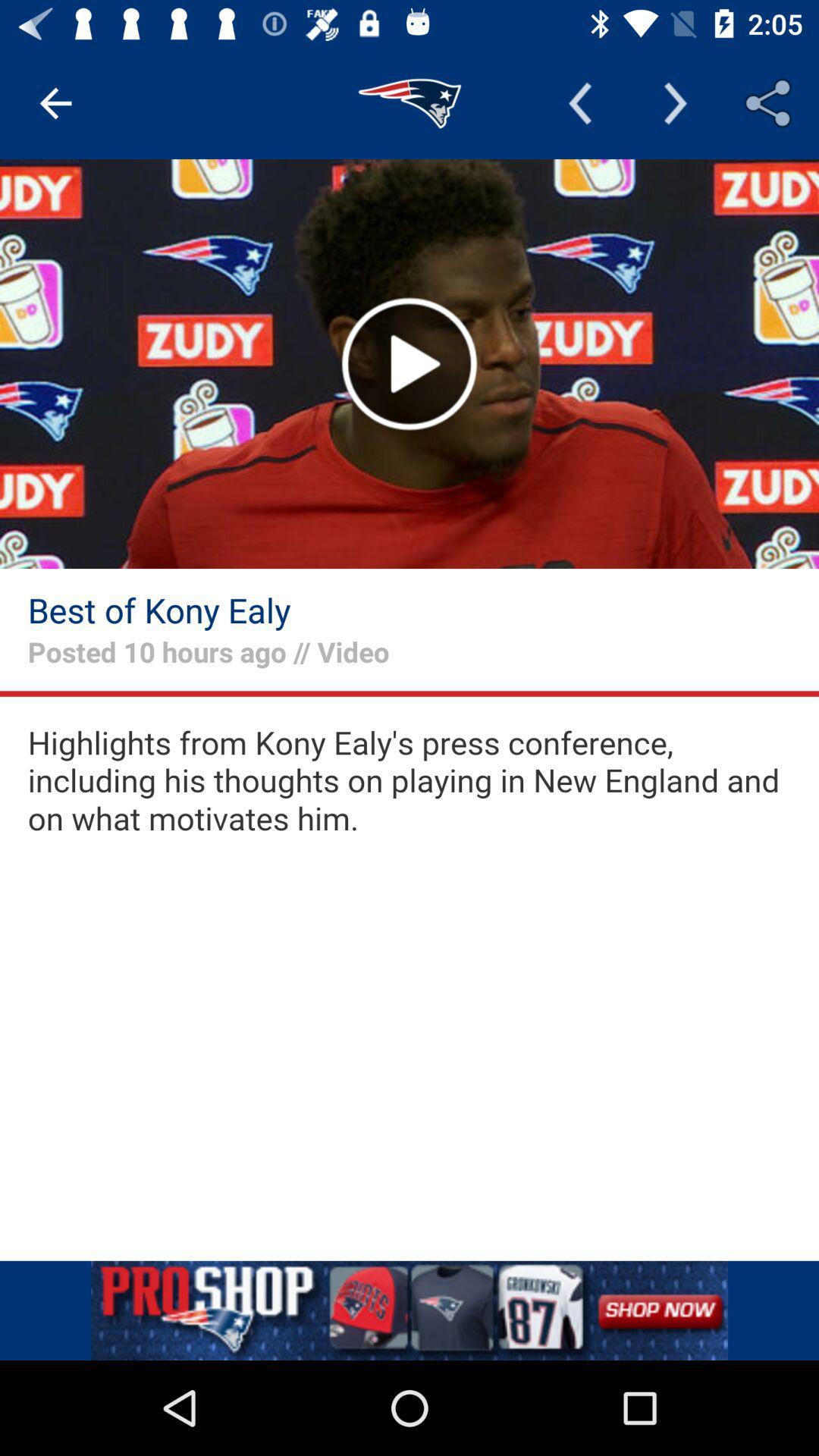  I want to click on advertisement, so click(409, 1310).